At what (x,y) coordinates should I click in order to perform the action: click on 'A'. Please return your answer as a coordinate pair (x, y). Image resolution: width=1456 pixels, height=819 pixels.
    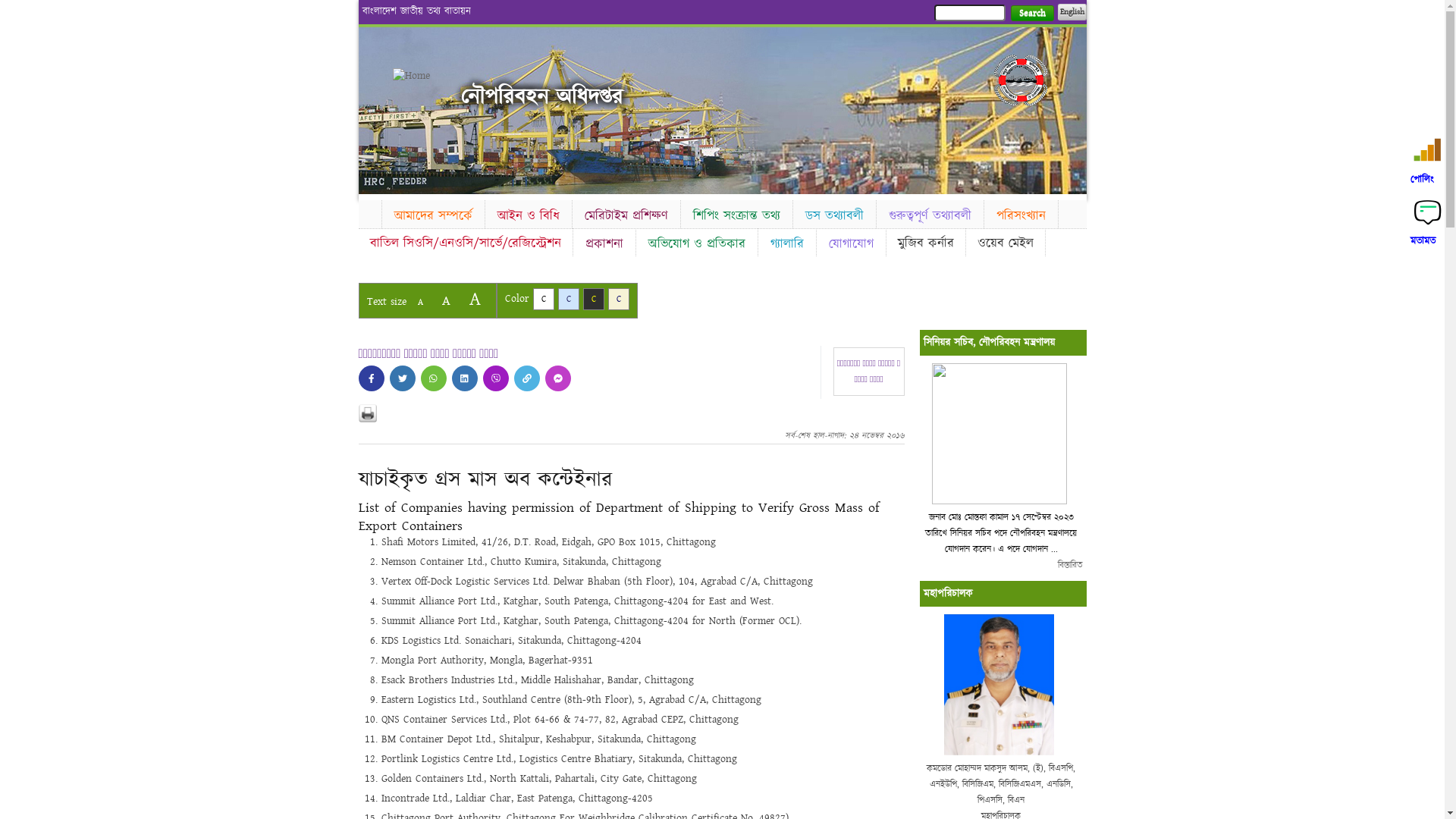
    Looking at the image, I should click on (473, 299).